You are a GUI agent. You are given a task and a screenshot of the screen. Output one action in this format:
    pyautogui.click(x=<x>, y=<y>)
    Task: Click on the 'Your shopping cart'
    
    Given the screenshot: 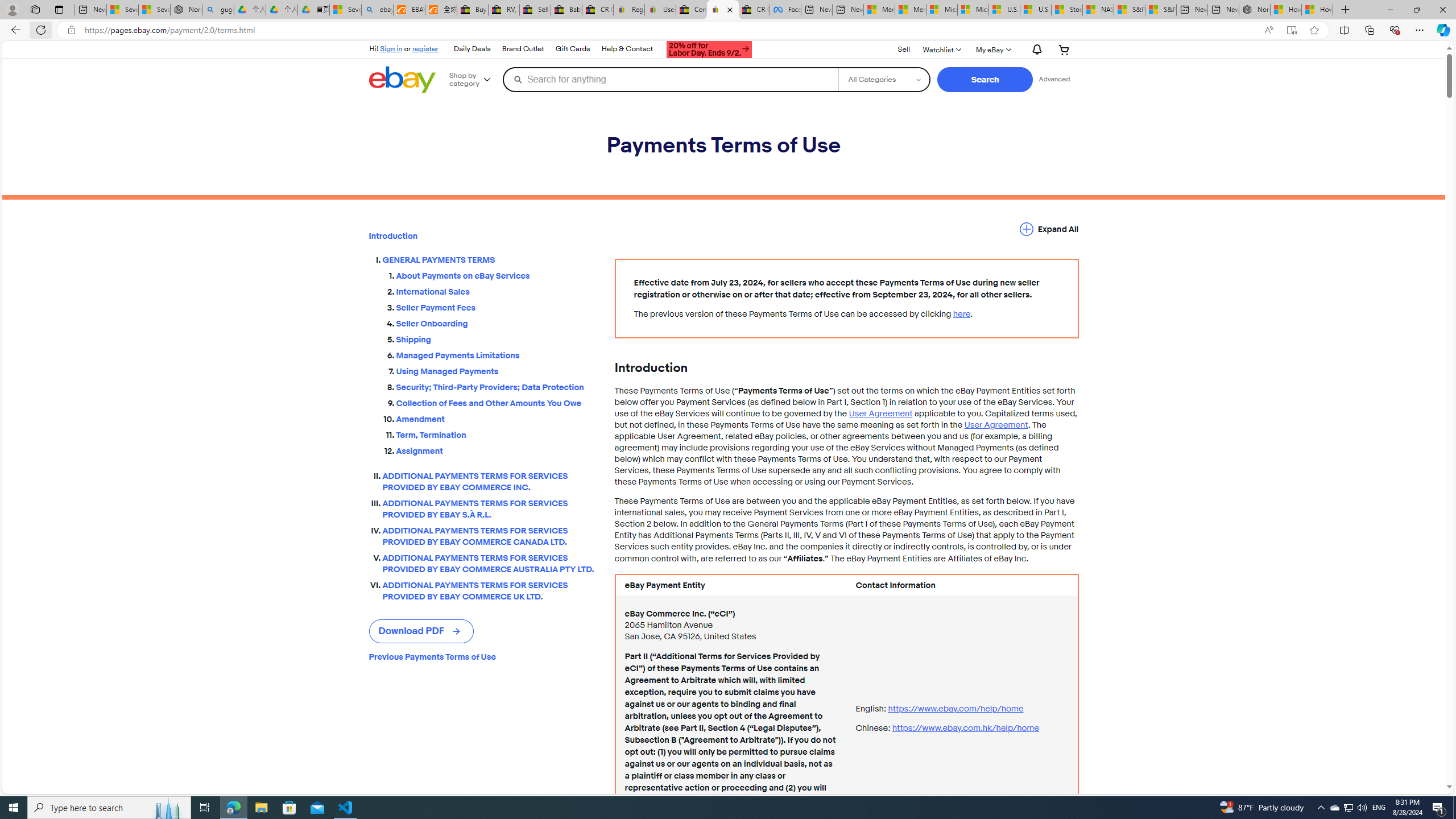 What is the action you would take?
    pyautogui.click(x=1064, y=49)
    